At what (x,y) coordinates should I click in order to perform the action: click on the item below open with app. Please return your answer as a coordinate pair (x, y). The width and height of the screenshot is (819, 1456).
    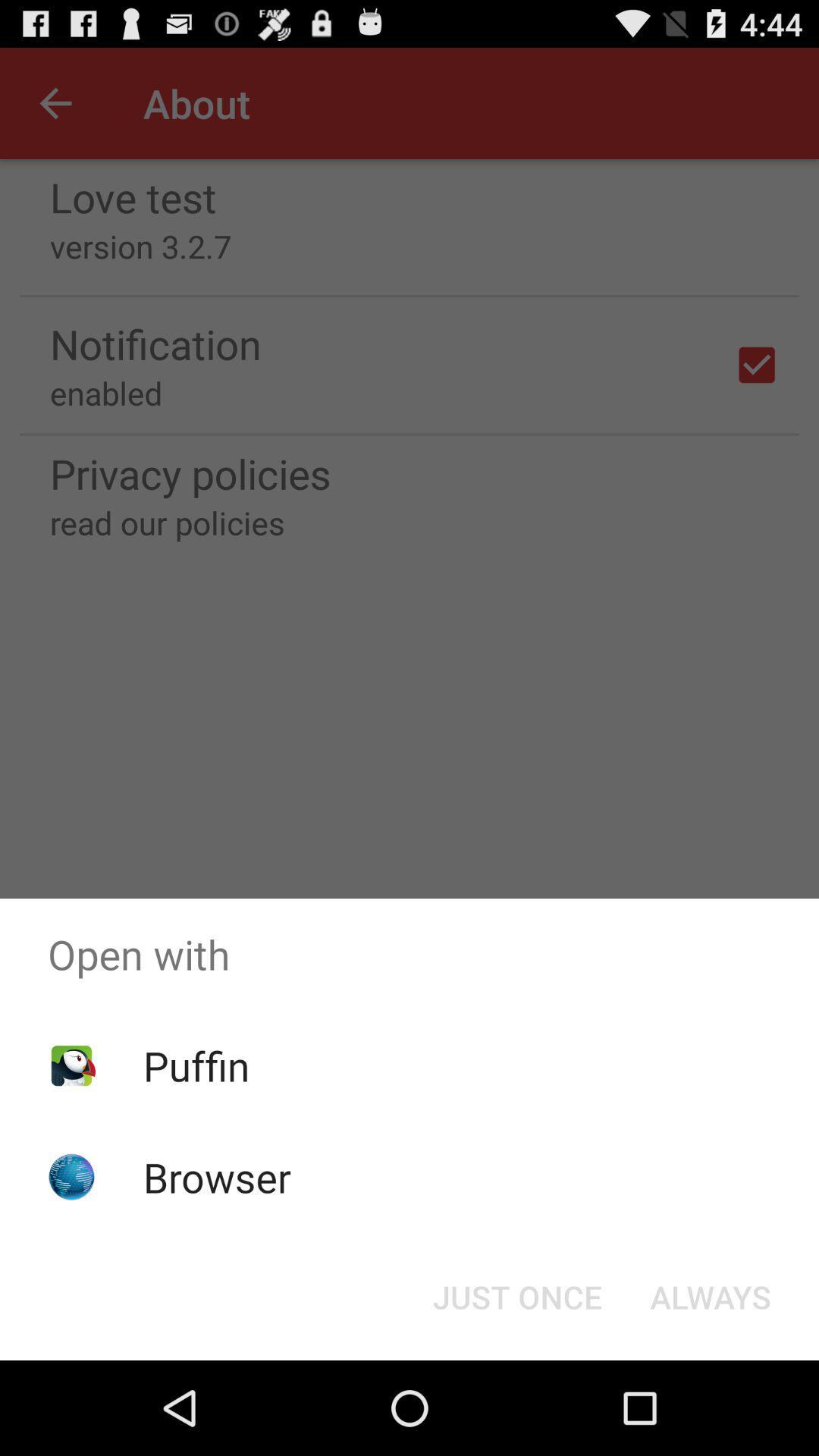
    Looking at the image, I should click on (711, 1295).